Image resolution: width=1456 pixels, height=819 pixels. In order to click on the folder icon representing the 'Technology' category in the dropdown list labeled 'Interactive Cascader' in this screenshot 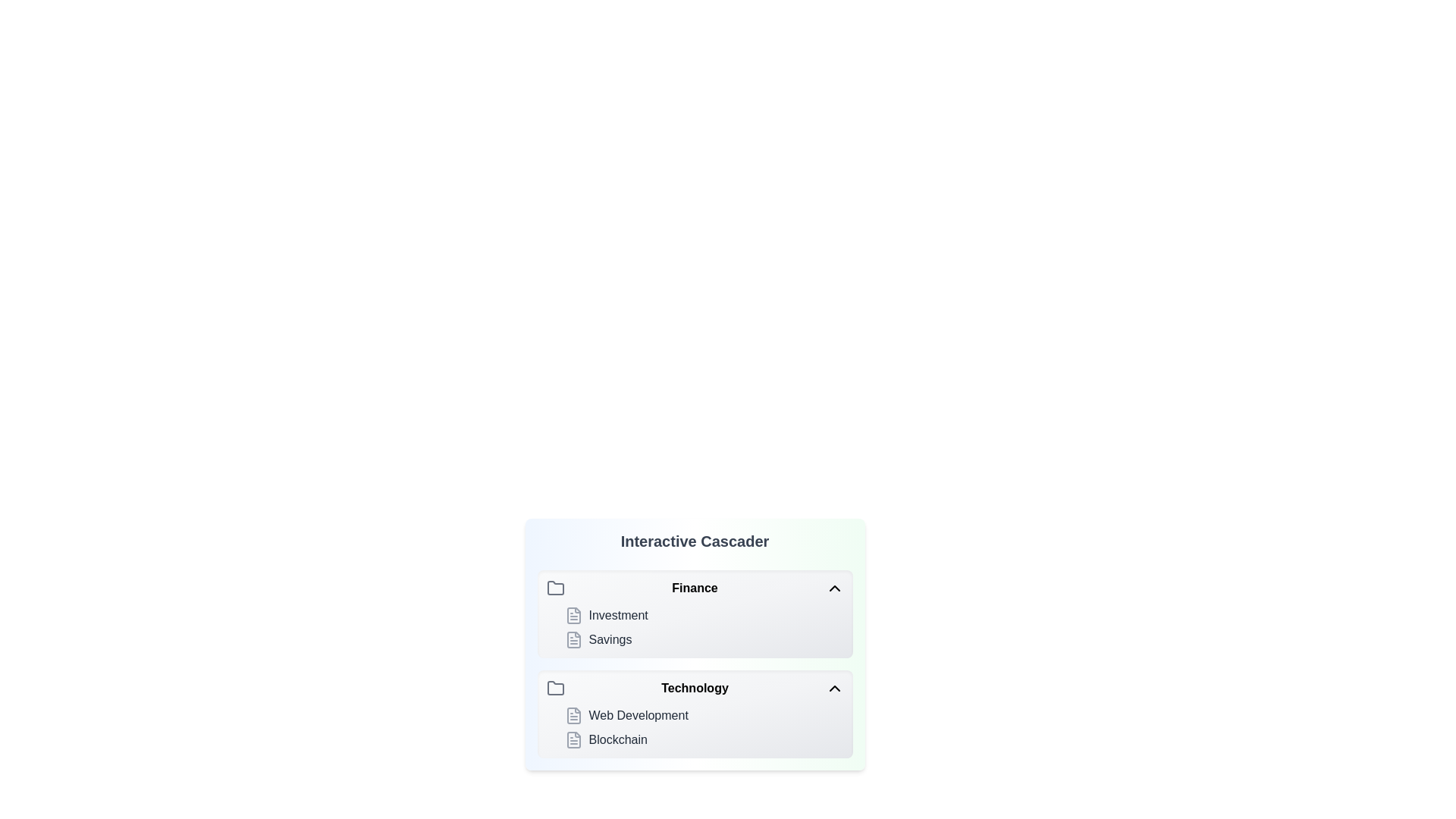, I will do `click(554, 688)`.